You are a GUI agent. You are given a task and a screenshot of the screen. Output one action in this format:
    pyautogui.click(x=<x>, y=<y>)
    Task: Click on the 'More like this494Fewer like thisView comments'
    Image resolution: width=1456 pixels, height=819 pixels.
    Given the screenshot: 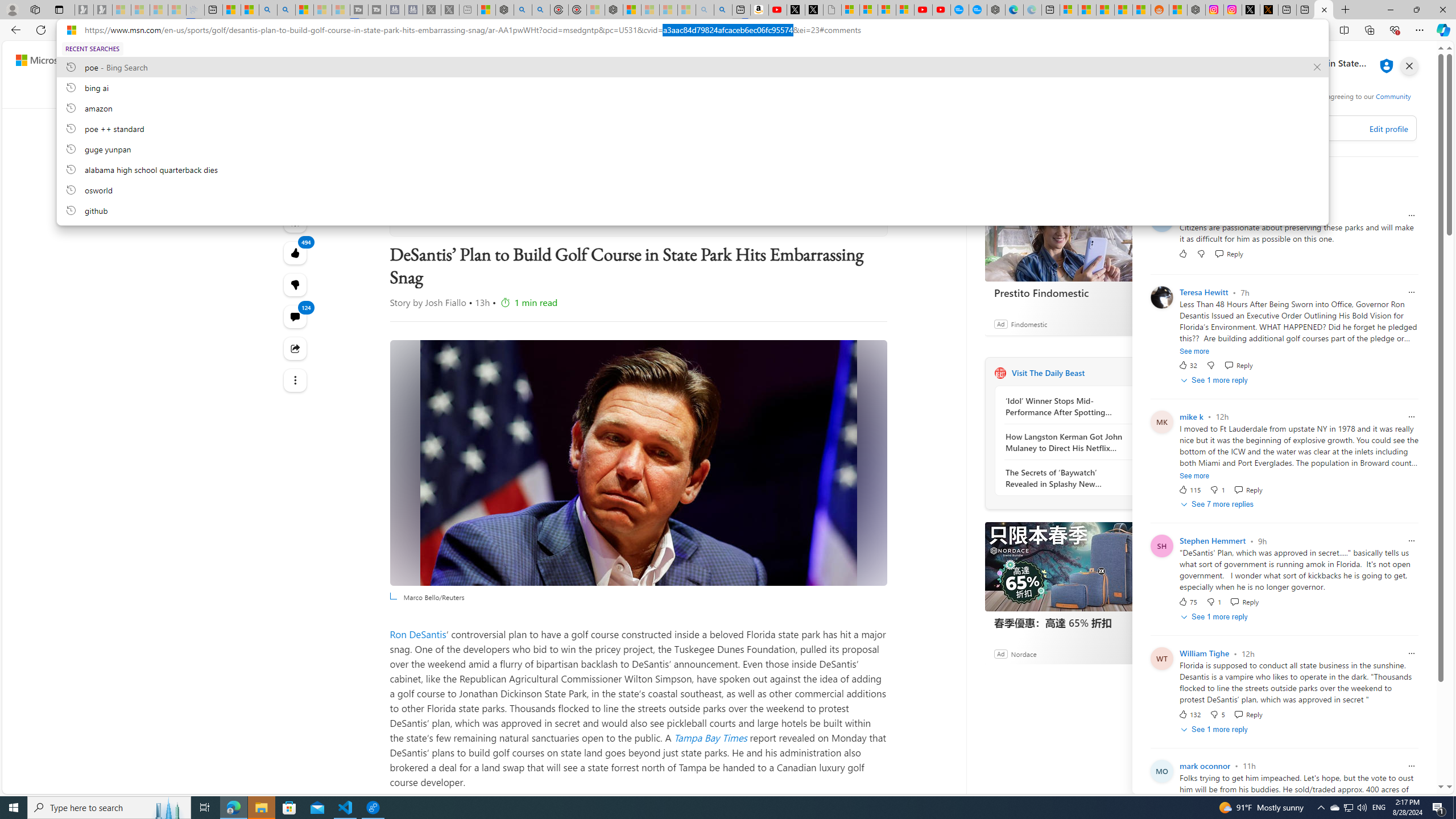 What is the action you would take?
    pyautogui.click(x=295, y=285)
    